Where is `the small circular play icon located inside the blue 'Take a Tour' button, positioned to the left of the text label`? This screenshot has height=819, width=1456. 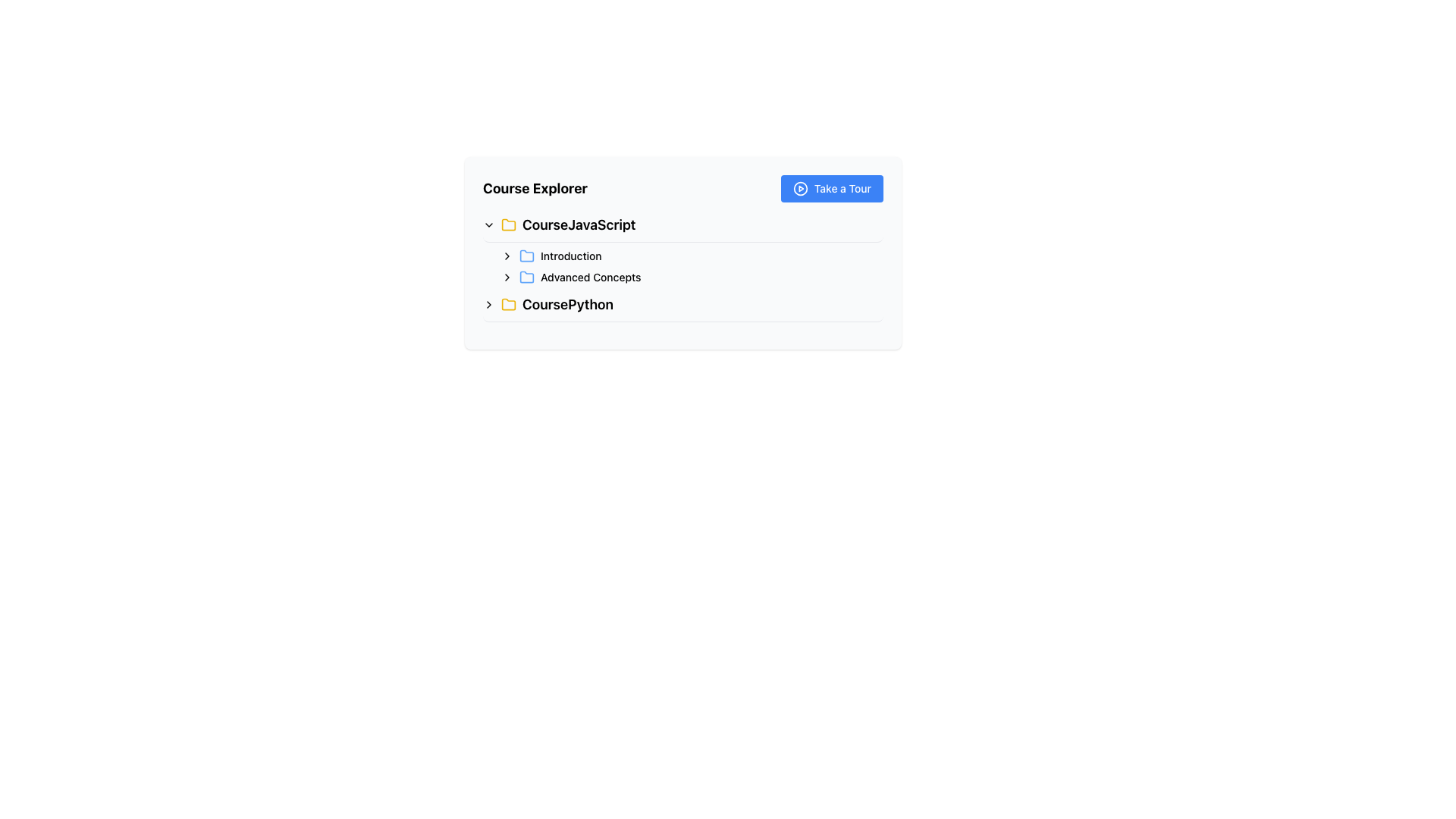 the small circular play icon located inside the blue 'Take a Tour' button, positioned to the left of the text label is located at coordinates (800, 188).